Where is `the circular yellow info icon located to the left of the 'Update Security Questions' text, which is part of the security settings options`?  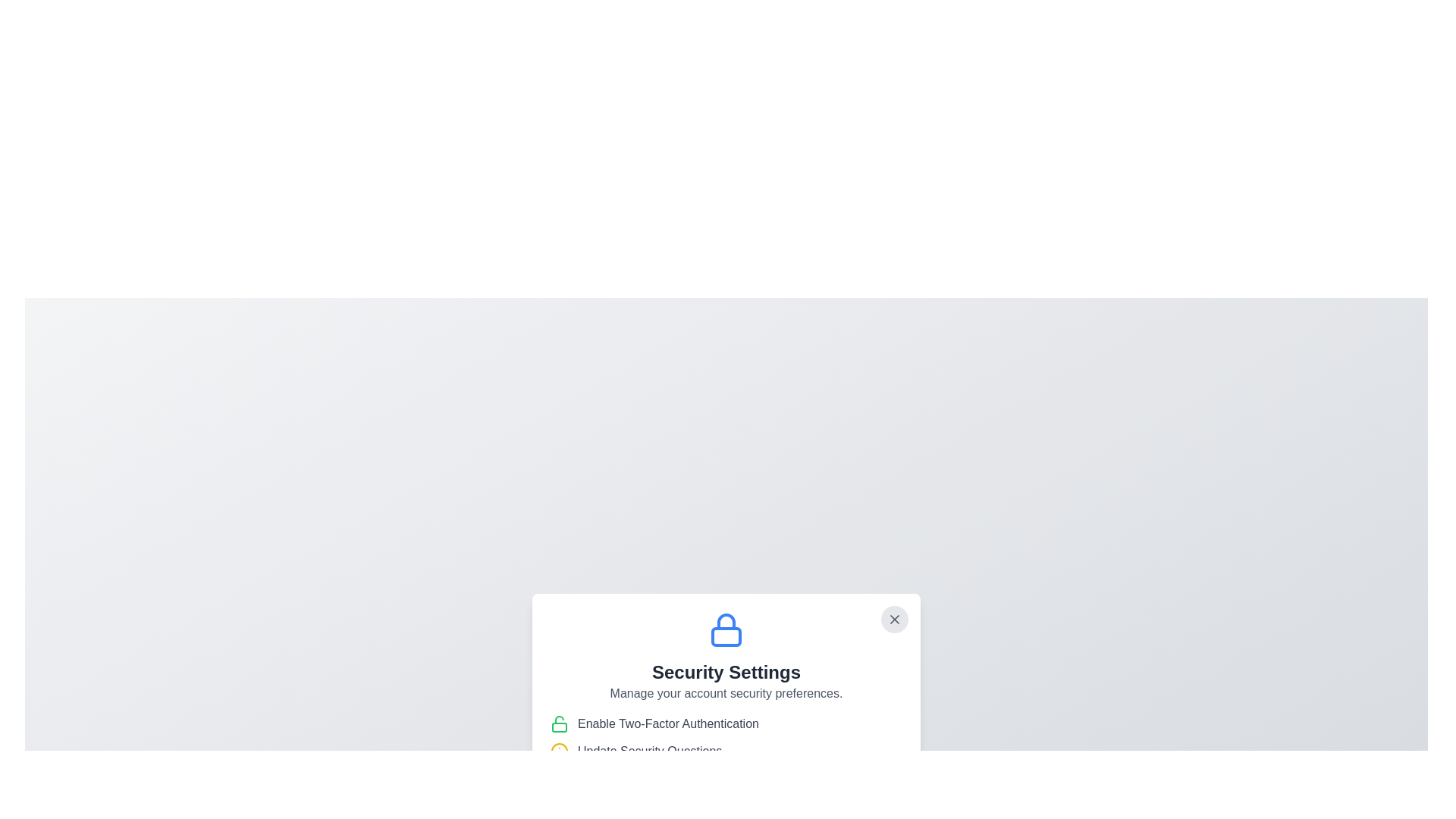
the circular yellow info icon located to the left of the 'Update Security Questions' text, which is part of the security settings options is located at coordinates (559, 752).